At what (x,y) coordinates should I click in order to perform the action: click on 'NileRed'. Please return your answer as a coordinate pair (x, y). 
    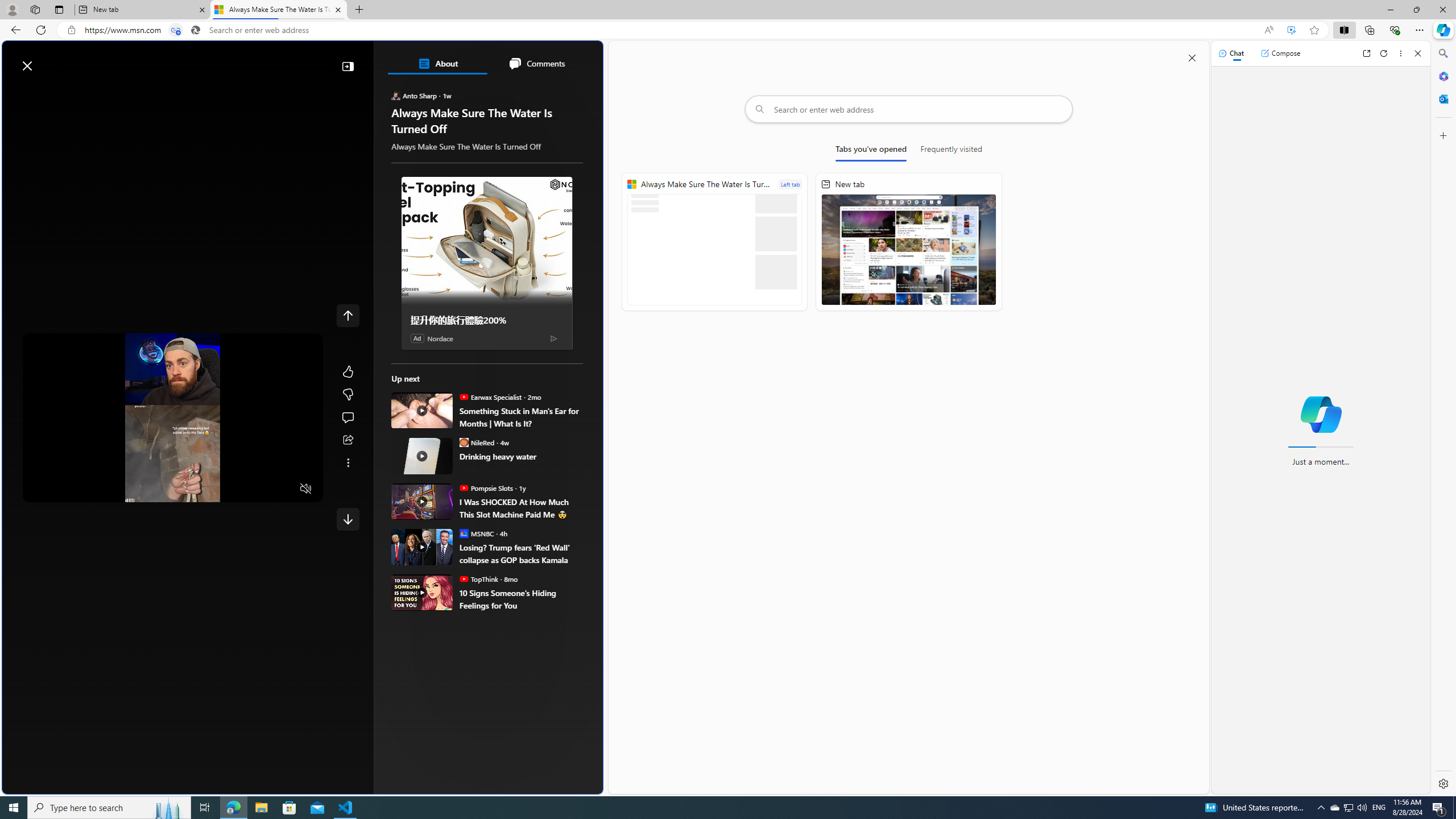
    Looking at the image, I should click on (464, 442).